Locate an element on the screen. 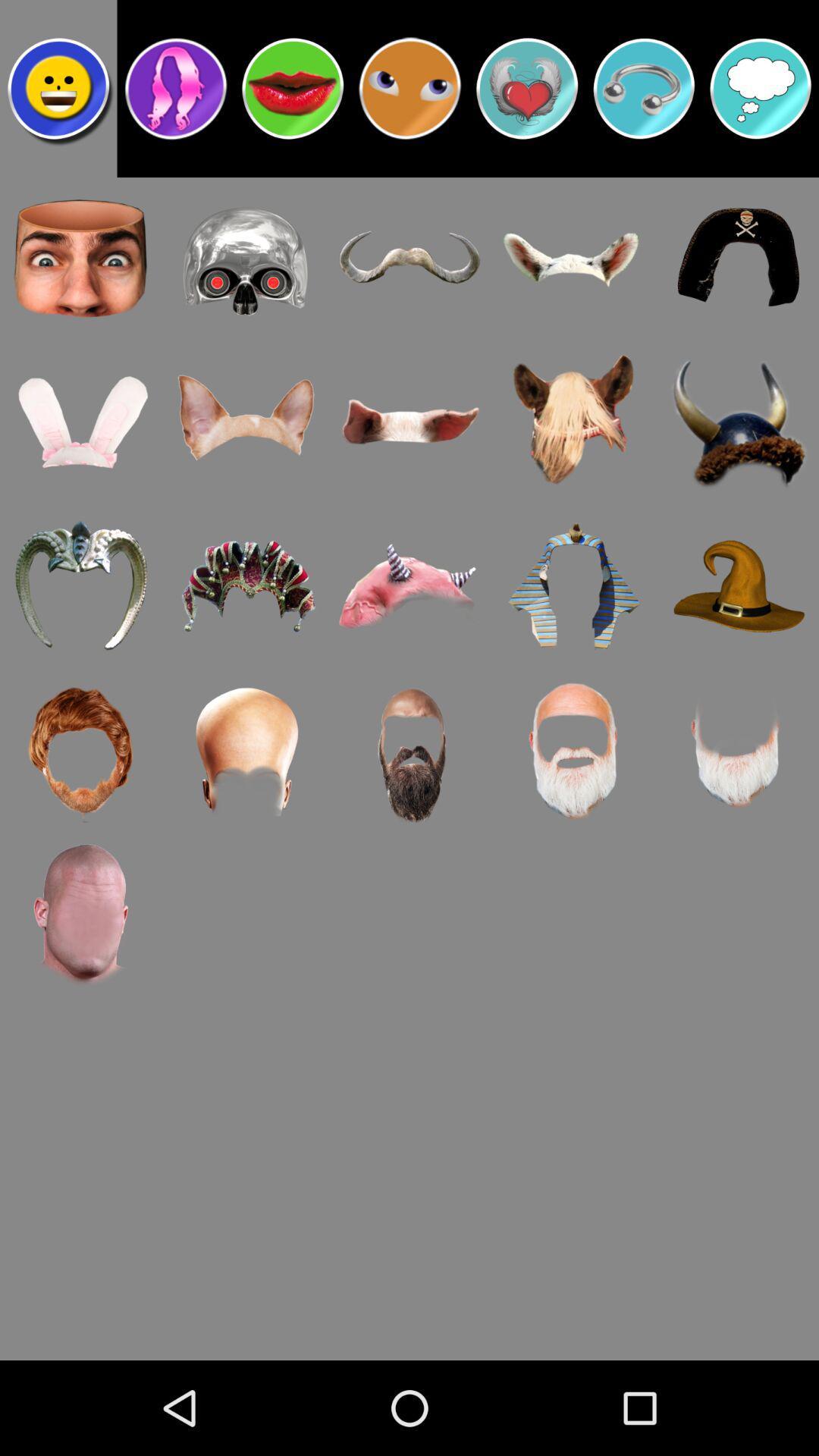 Image resolution: width=819 pixels, height=1456 pixels. the emoji icon is located at coordinates (409, 94).